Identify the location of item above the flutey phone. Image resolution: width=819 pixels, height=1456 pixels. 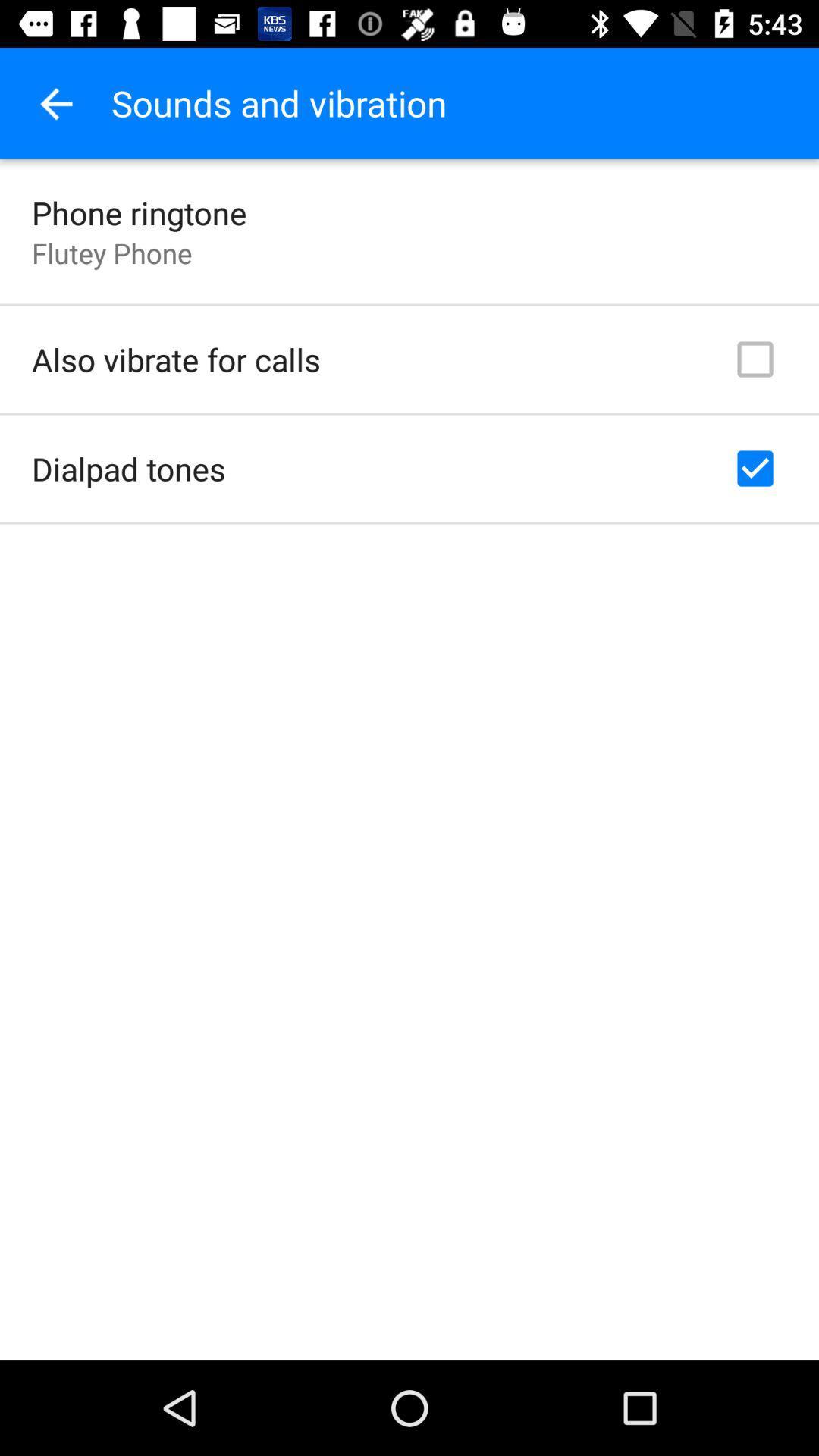
(139, 212).